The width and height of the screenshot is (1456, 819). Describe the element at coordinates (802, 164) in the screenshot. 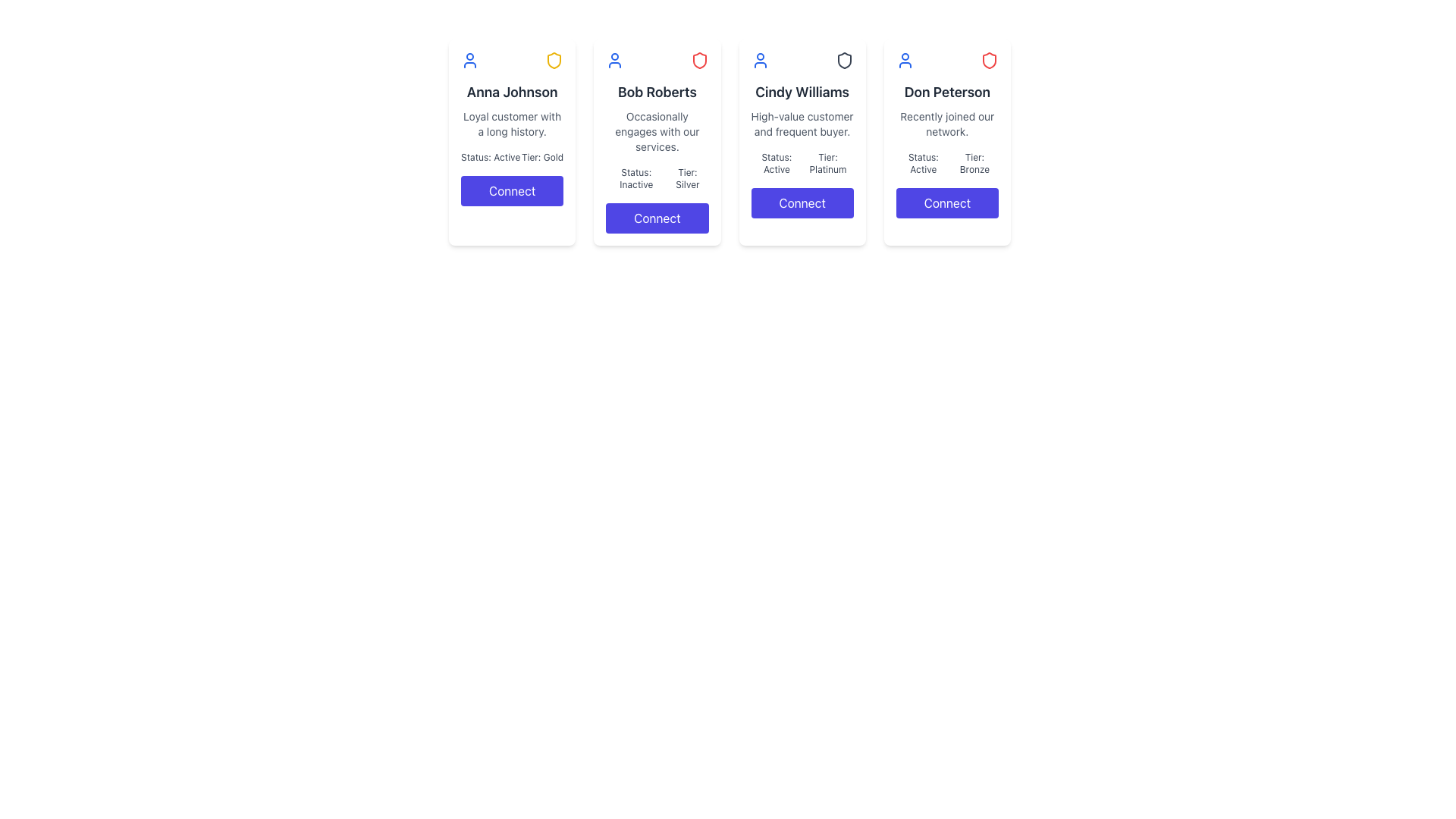

I see `the text label displaying 'Status: Active' and 'Tier: Platinum' within Cindy Williams' profile card, positioned between the description and the 'Connect' button` at that location.